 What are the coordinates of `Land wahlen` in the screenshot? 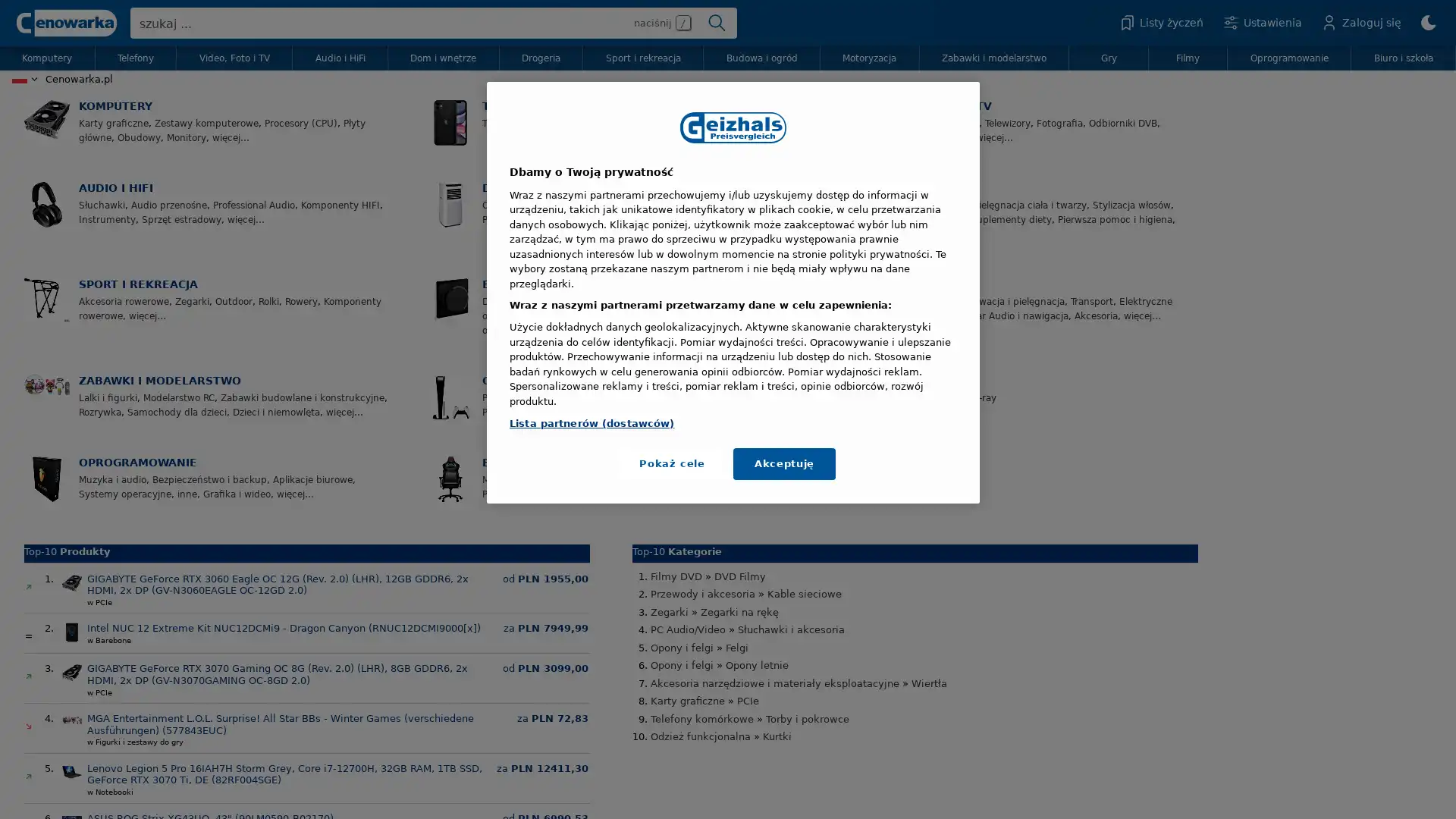 It's located at (25, 78).